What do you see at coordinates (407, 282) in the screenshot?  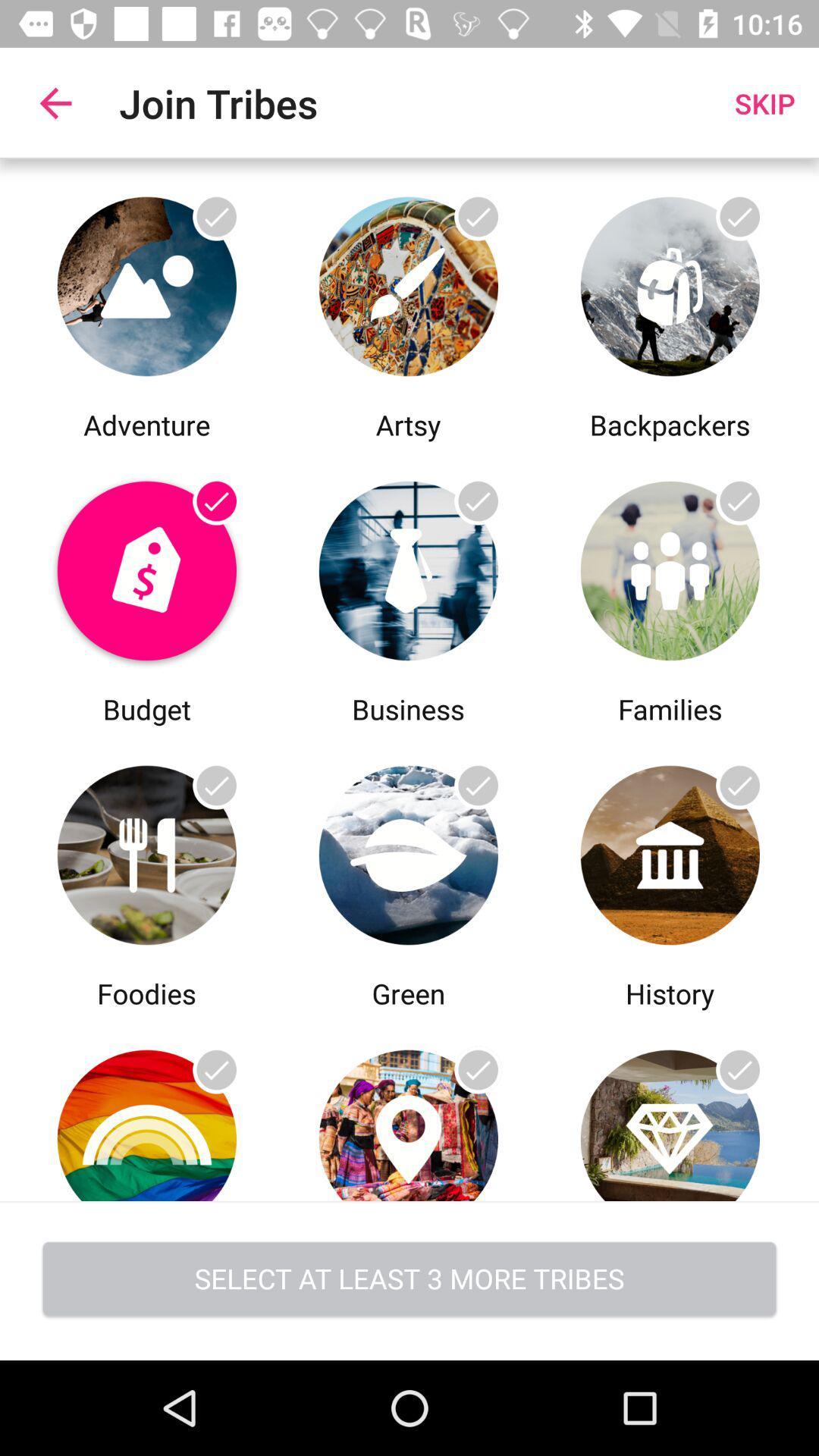 I see `click the painting tool` at bounding box center [407, 282].